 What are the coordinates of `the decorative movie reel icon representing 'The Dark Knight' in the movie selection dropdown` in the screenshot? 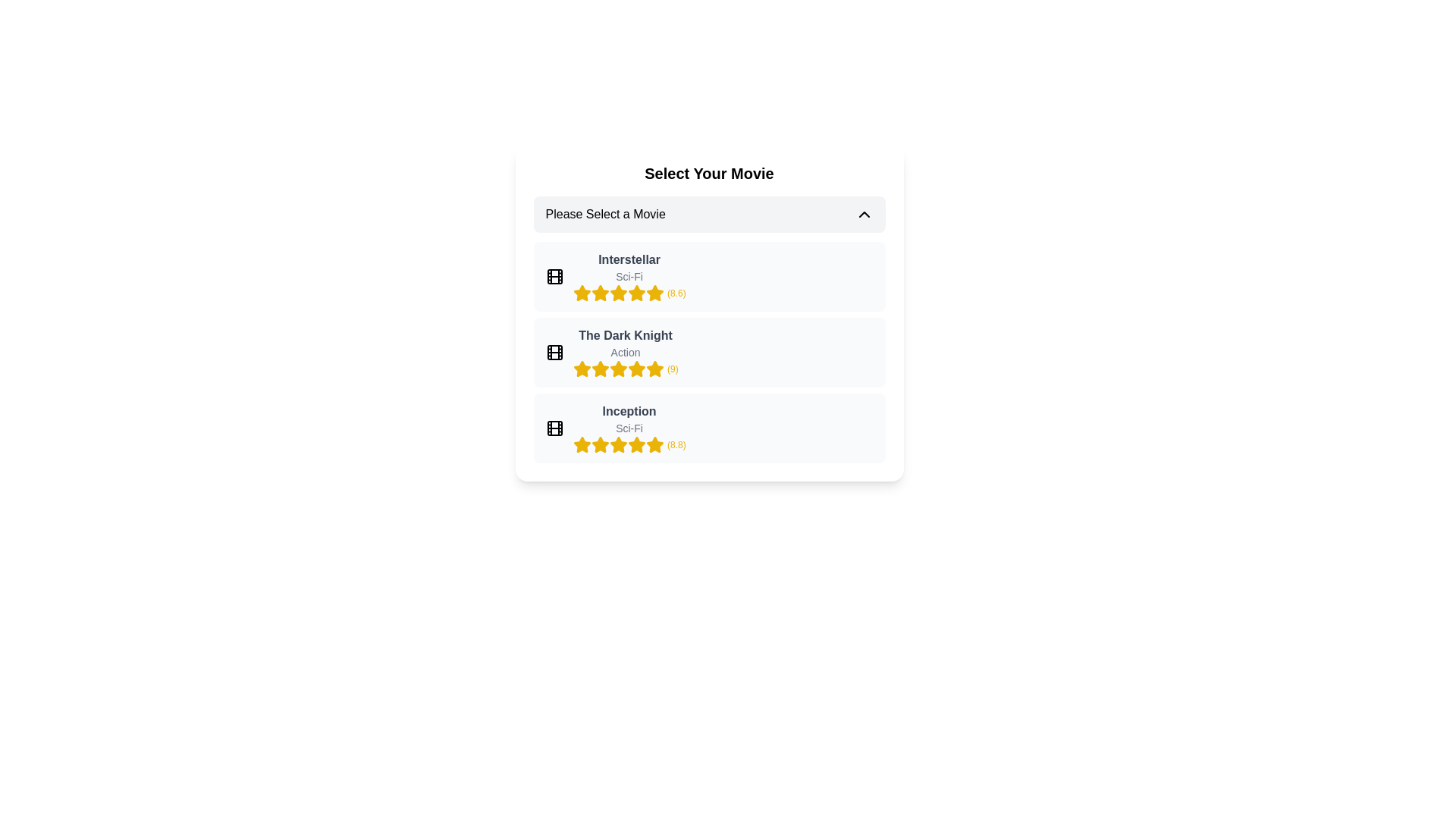 It's located at (554, 353).